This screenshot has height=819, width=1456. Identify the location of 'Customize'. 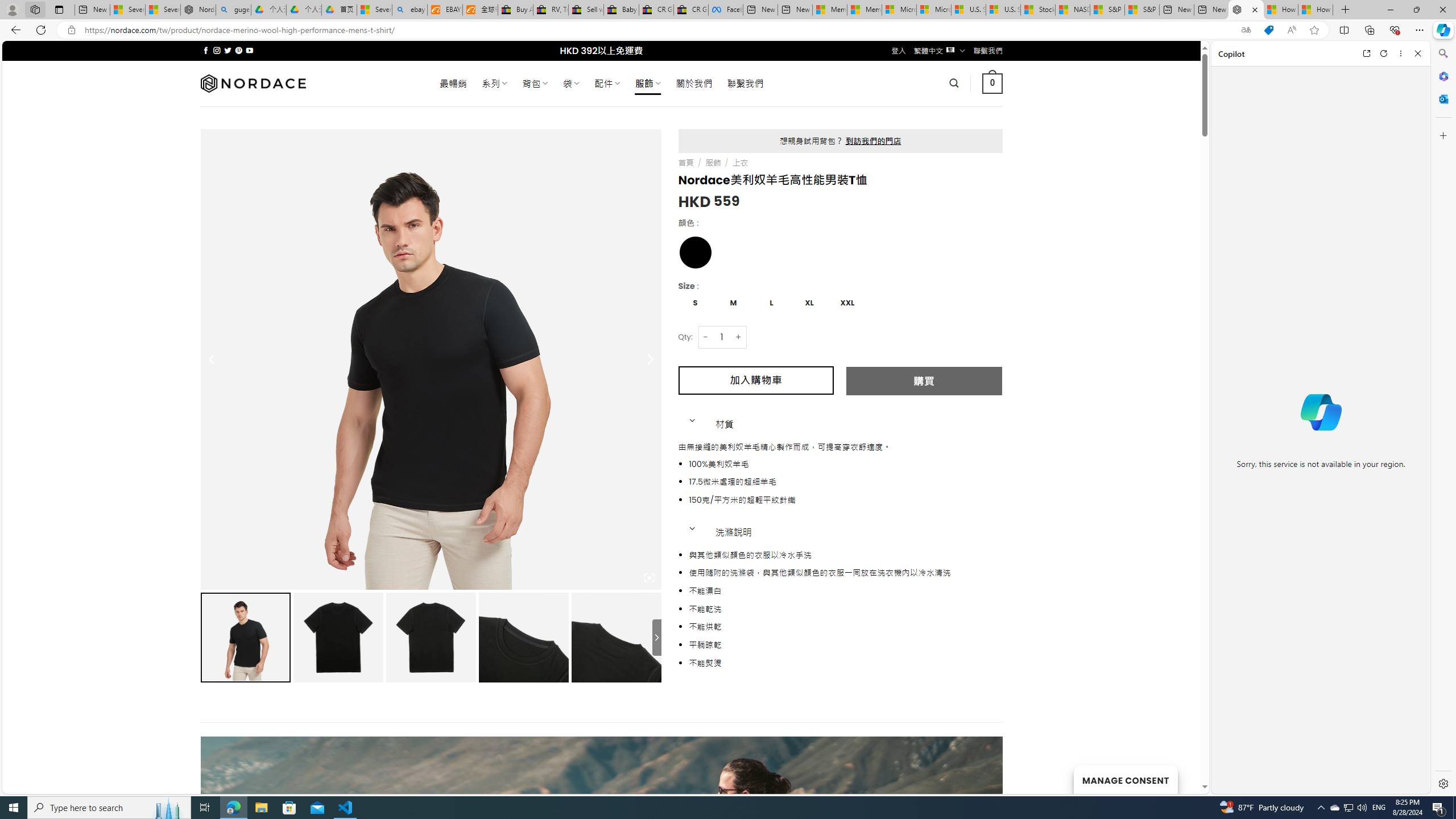
(1442, 135).